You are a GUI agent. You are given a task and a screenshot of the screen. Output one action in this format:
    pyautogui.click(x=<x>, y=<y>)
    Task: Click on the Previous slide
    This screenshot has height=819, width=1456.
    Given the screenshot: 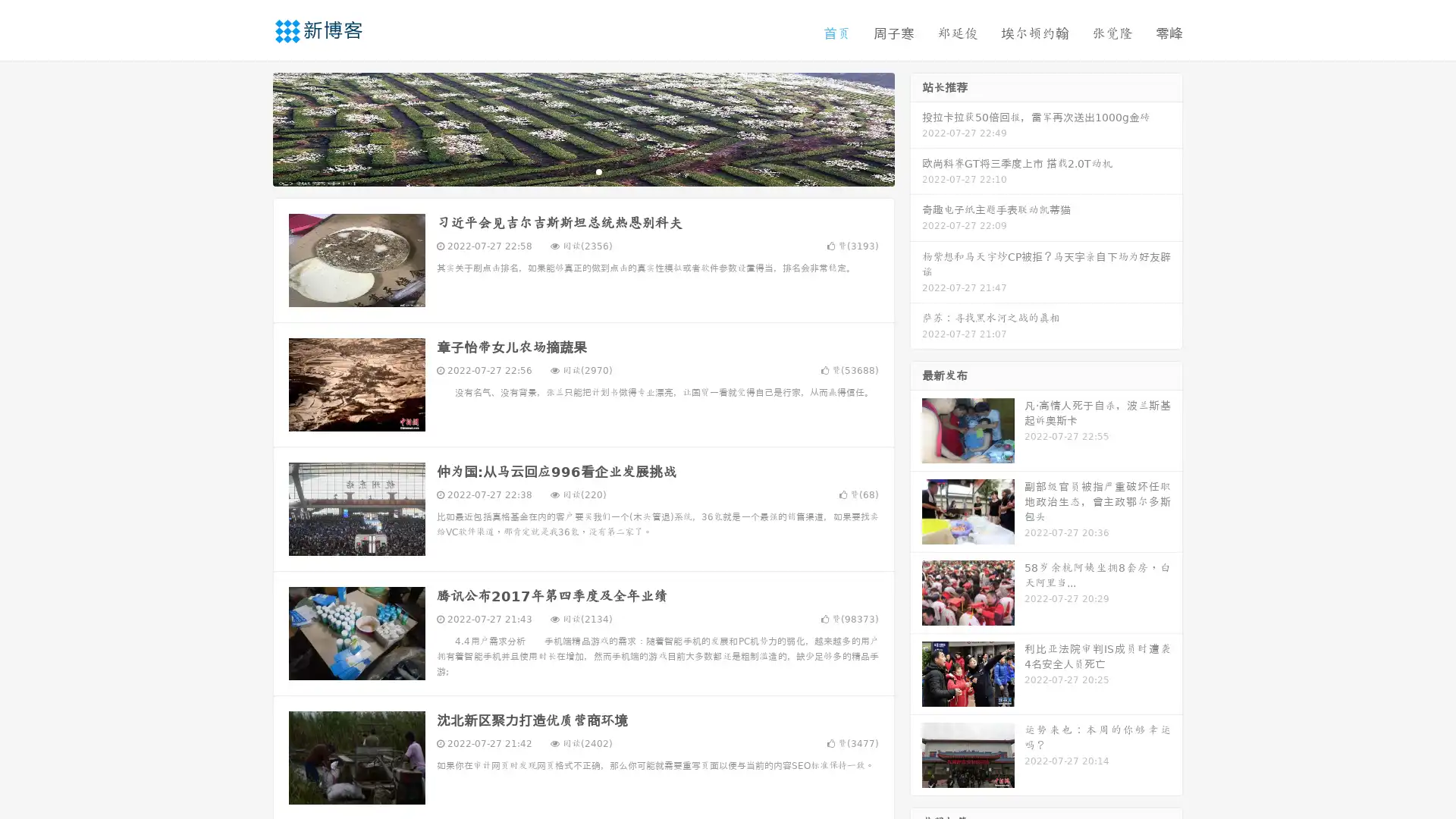 What is the action you would take?
    pyautogui.click(x=250, y=127)
    